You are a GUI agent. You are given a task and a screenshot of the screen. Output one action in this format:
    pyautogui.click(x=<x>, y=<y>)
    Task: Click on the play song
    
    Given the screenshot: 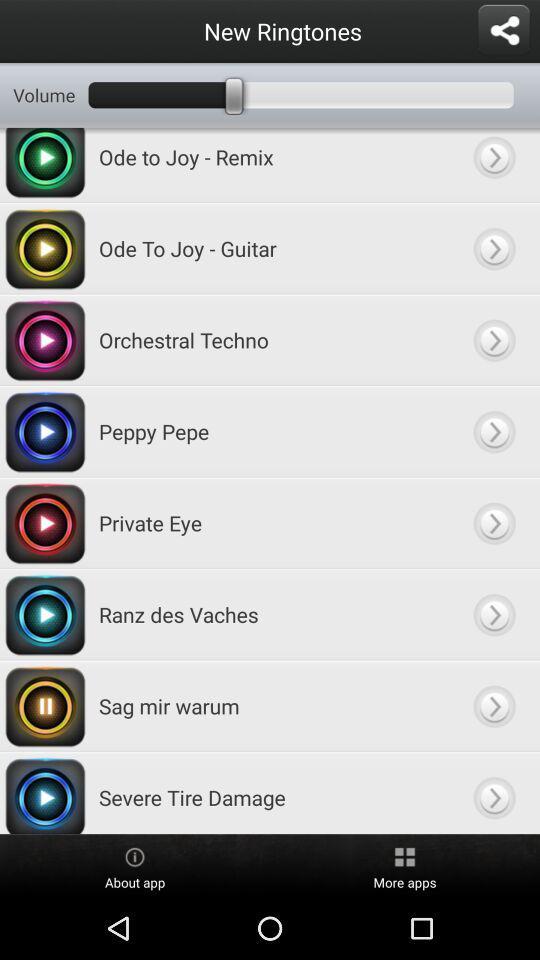 What is the action you would take?
    pyautogui.click(x=493, y=613)
    